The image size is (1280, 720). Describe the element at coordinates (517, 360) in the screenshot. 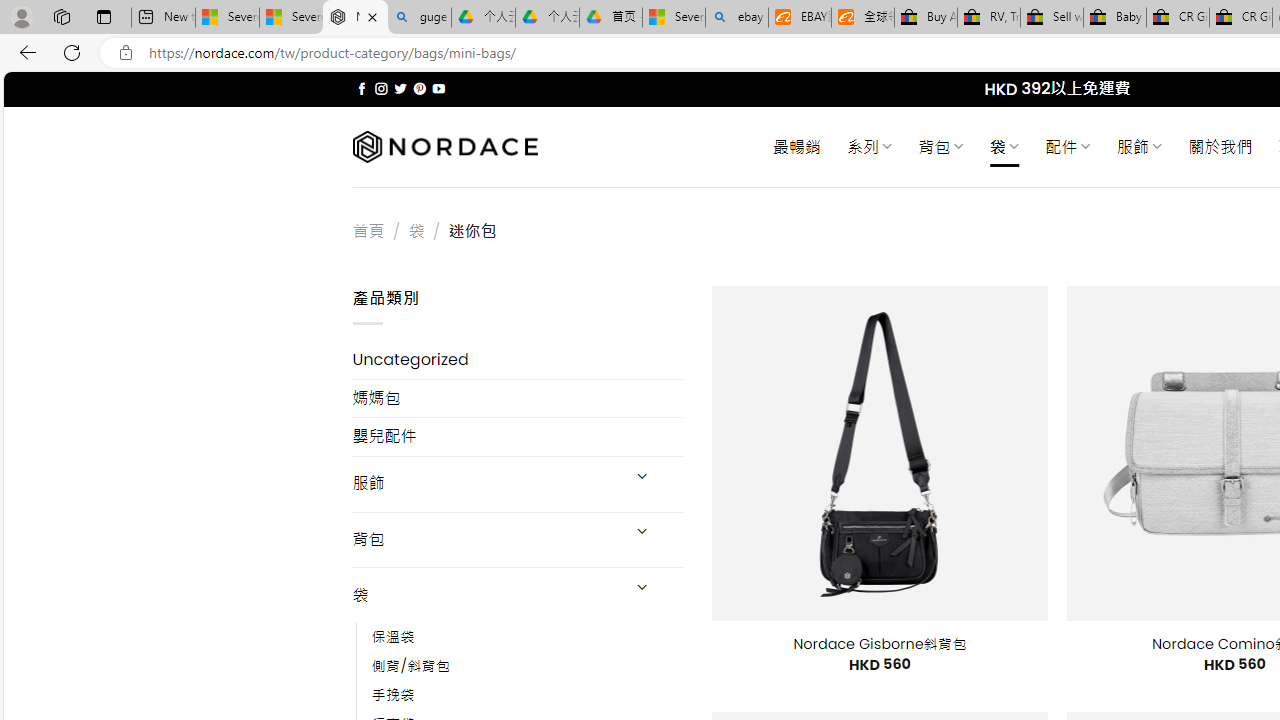

I see `'Uncategorized'` at that location.